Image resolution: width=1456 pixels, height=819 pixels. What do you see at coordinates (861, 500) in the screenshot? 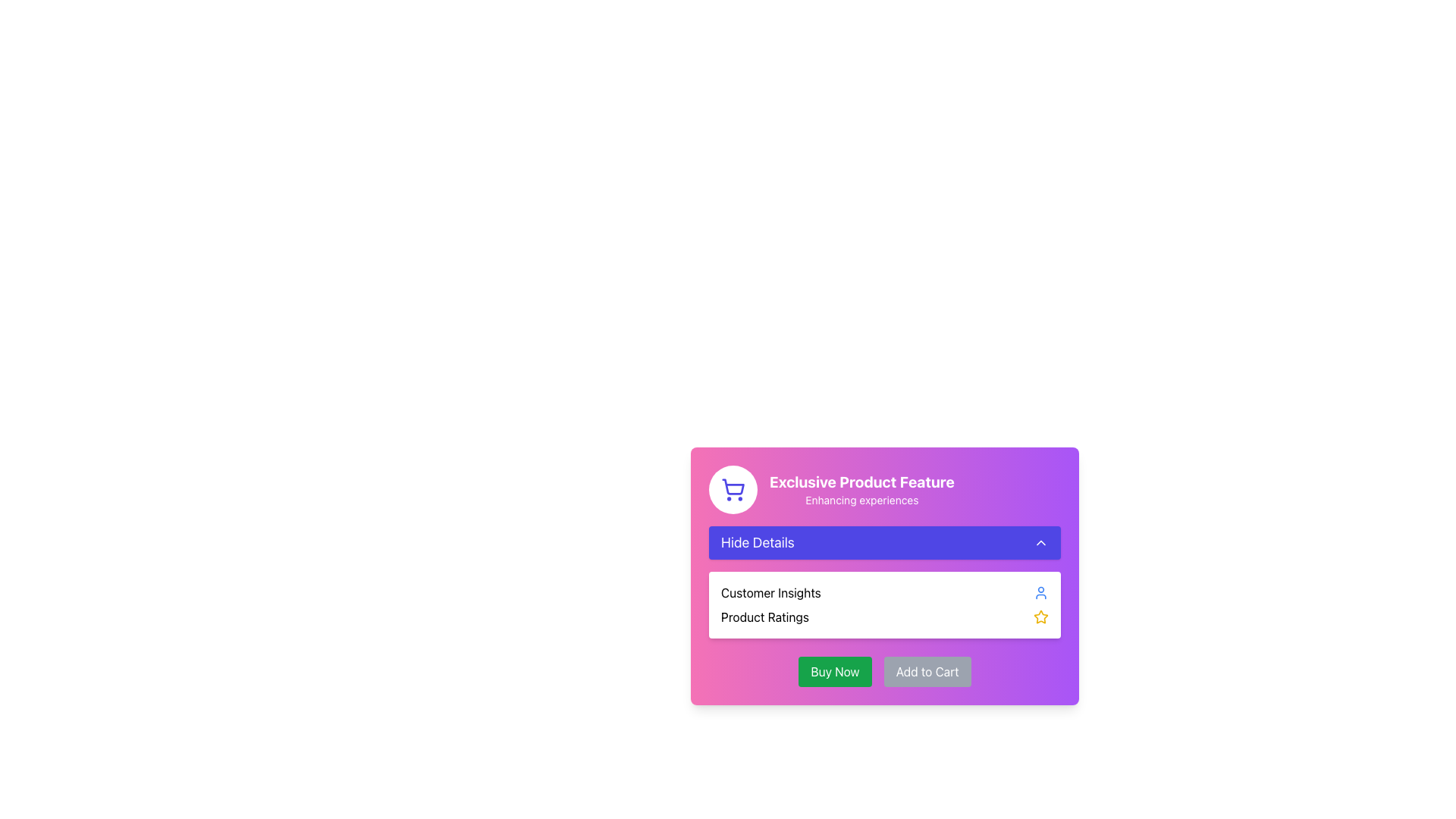
I see `text label that serves as a descriptive subtitle located immediately below the heading 'Exclusive Product Feature'` at bounding box center [861, 500].